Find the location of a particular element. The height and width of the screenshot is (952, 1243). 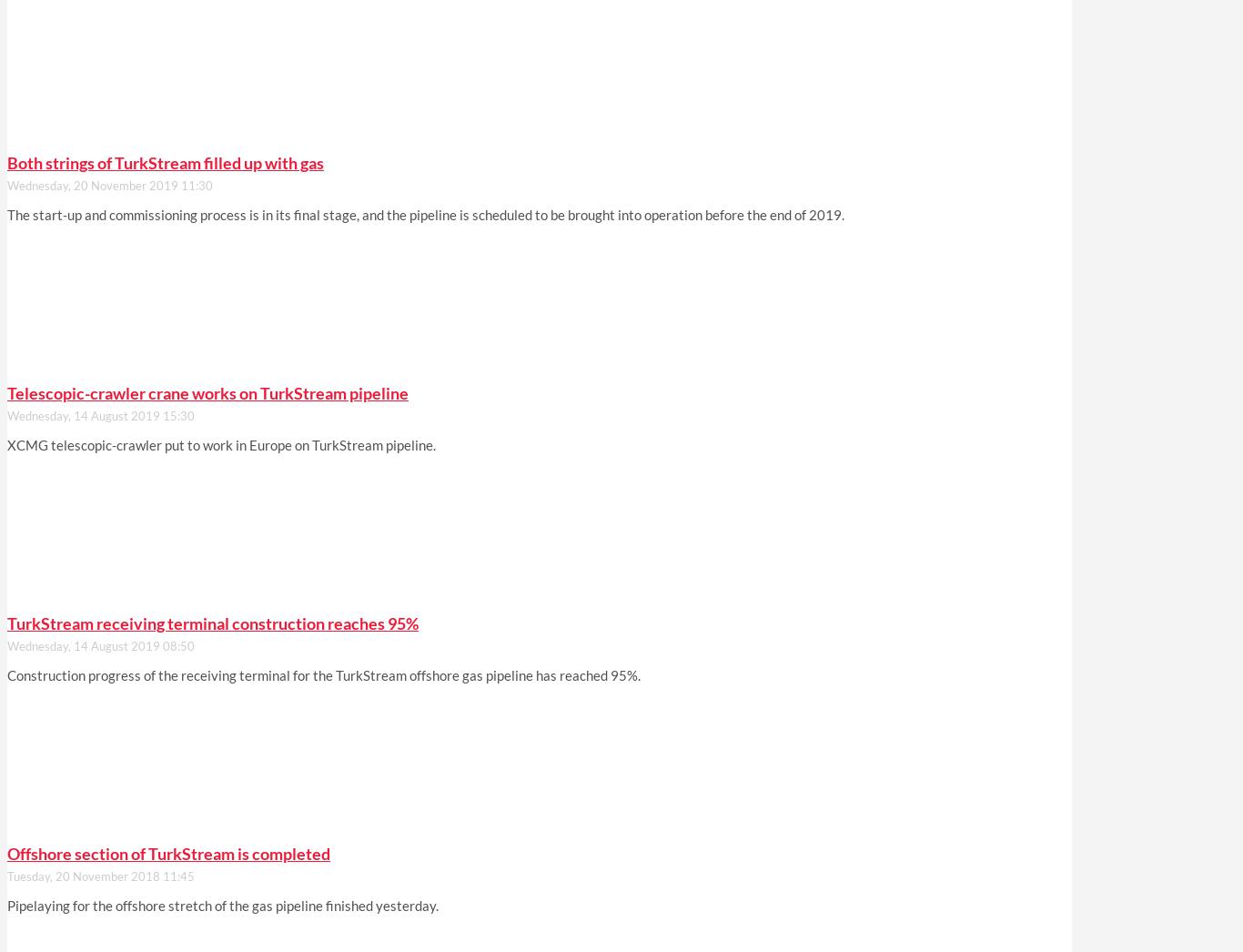

'Wednesday, 20 November 2019 11:30' is located at coordinates (7, 186).